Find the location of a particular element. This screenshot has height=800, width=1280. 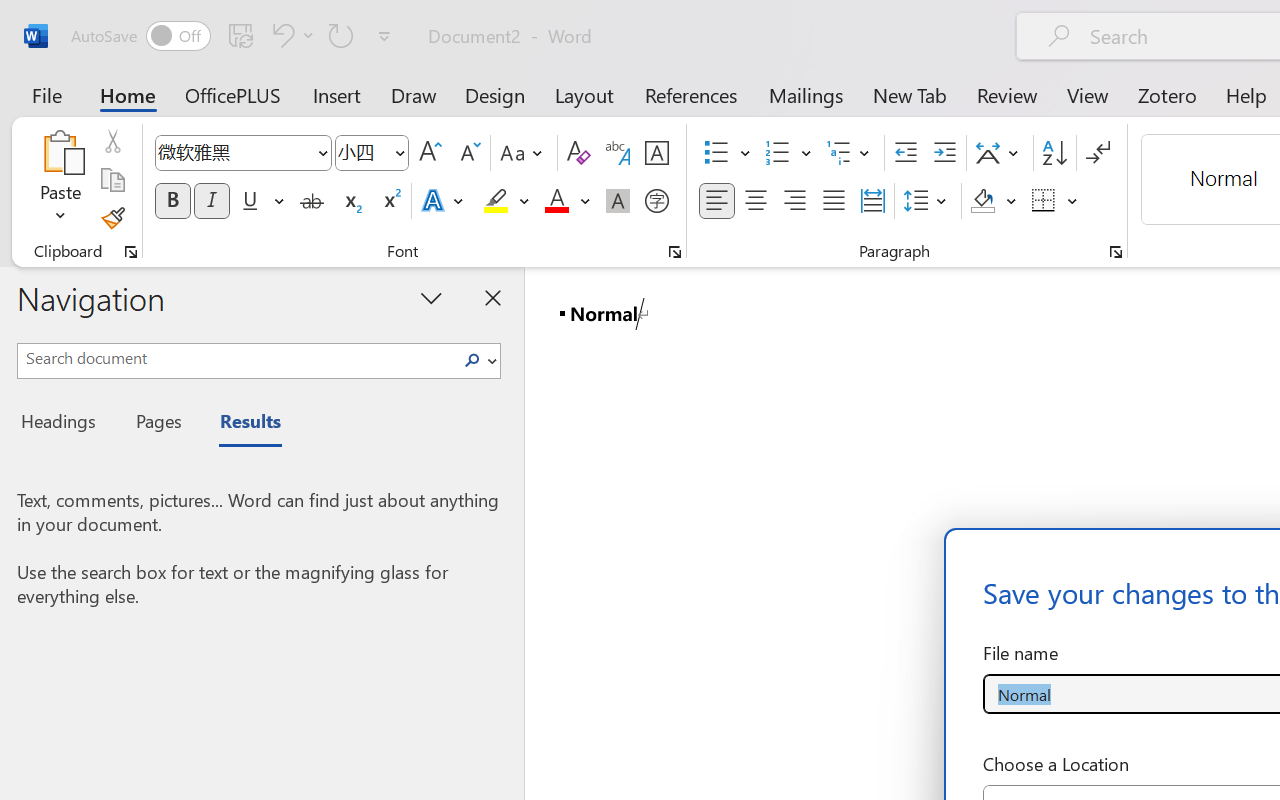

'Show/Hide Editing Marks' is located at coordinates (1097, 153).